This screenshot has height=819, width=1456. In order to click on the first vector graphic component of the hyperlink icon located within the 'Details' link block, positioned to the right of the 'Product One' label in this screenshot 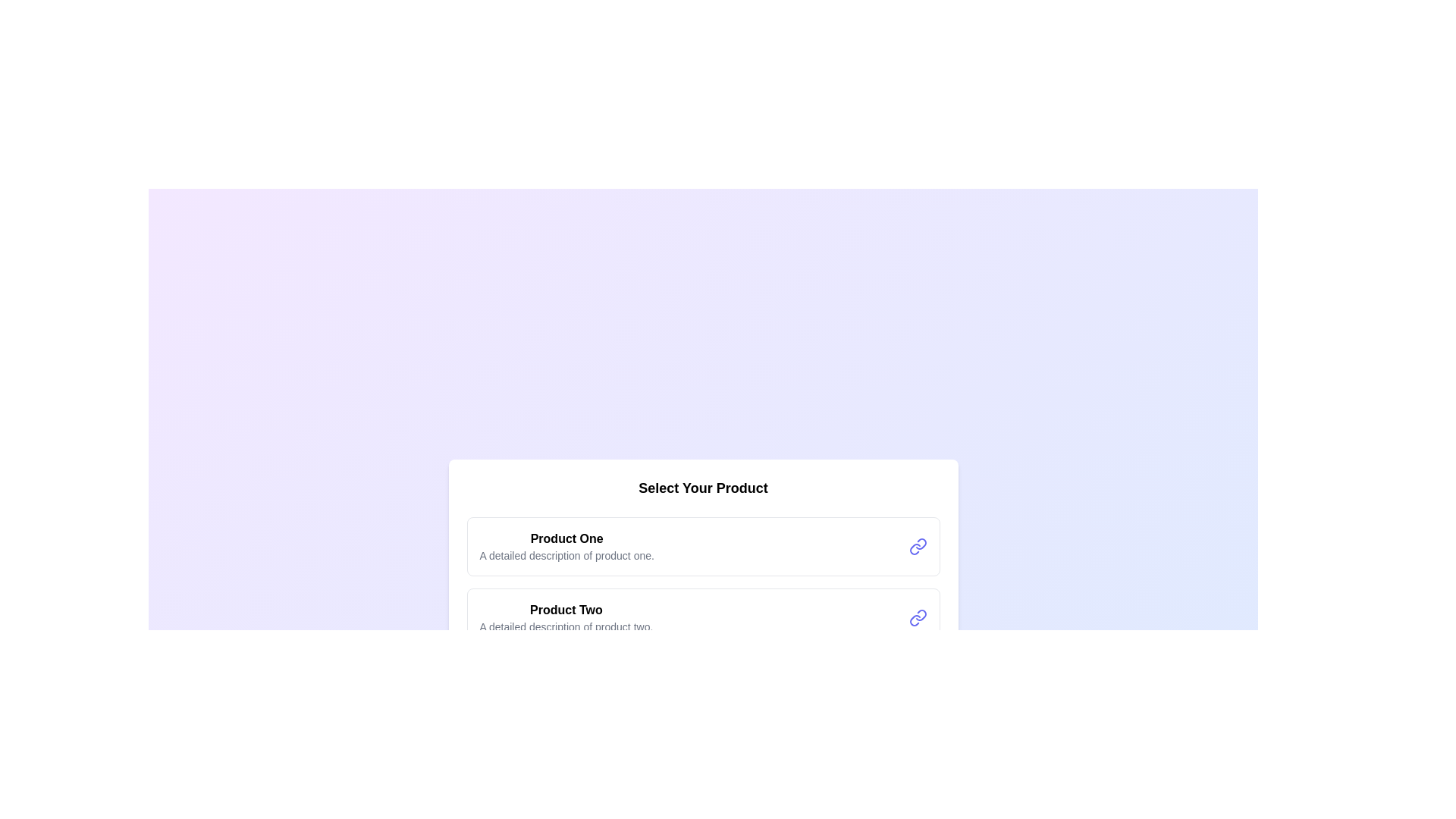, I will do `click(920, 543)`.